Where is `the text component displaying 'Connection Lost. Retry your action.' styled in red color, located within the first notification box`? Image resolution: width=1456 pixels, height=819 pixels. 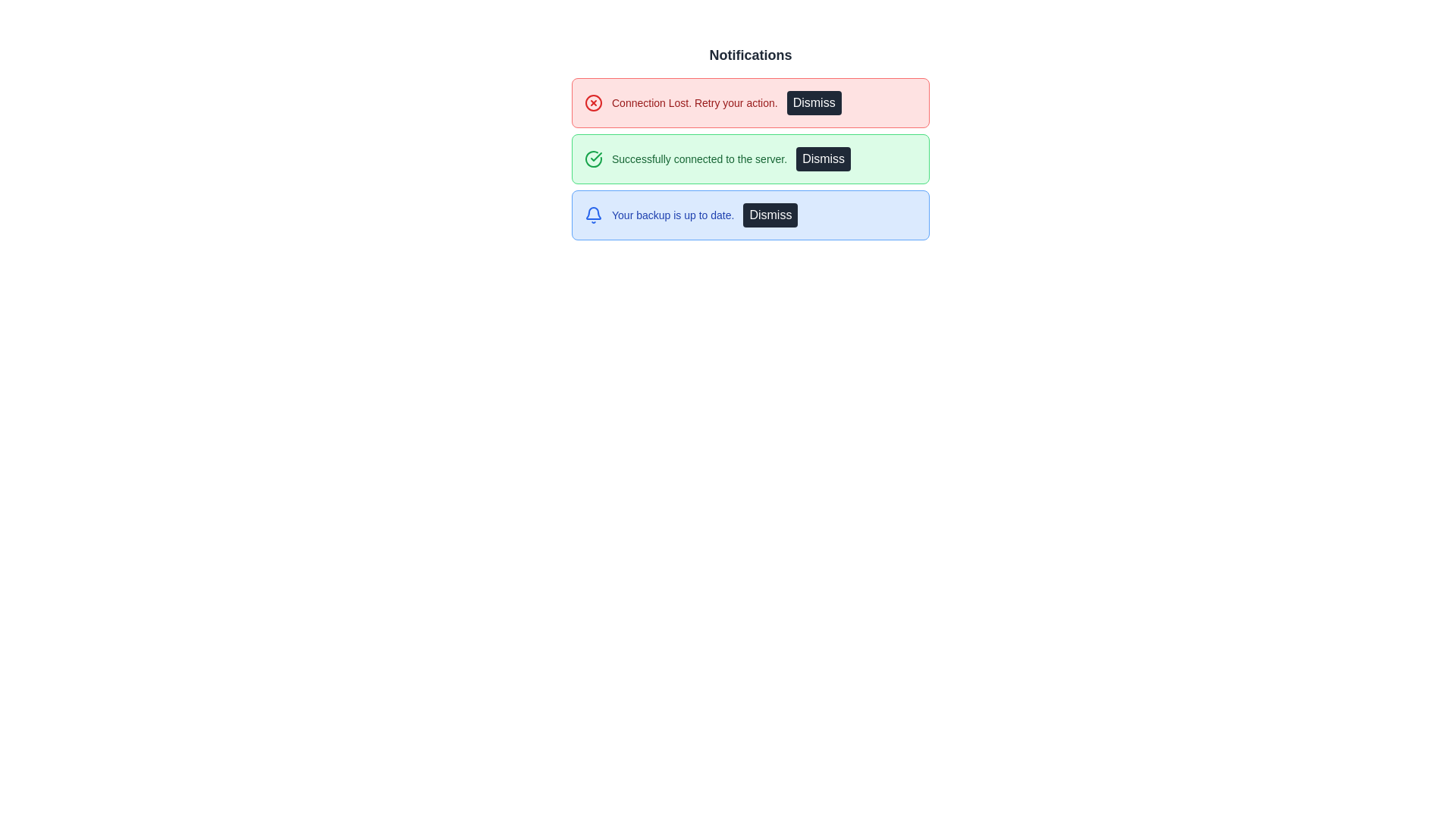
the text component displaying 'Connection Lost. Retry your action.' styled in red color, located within the first notification box is located at coordinates (694, 102).